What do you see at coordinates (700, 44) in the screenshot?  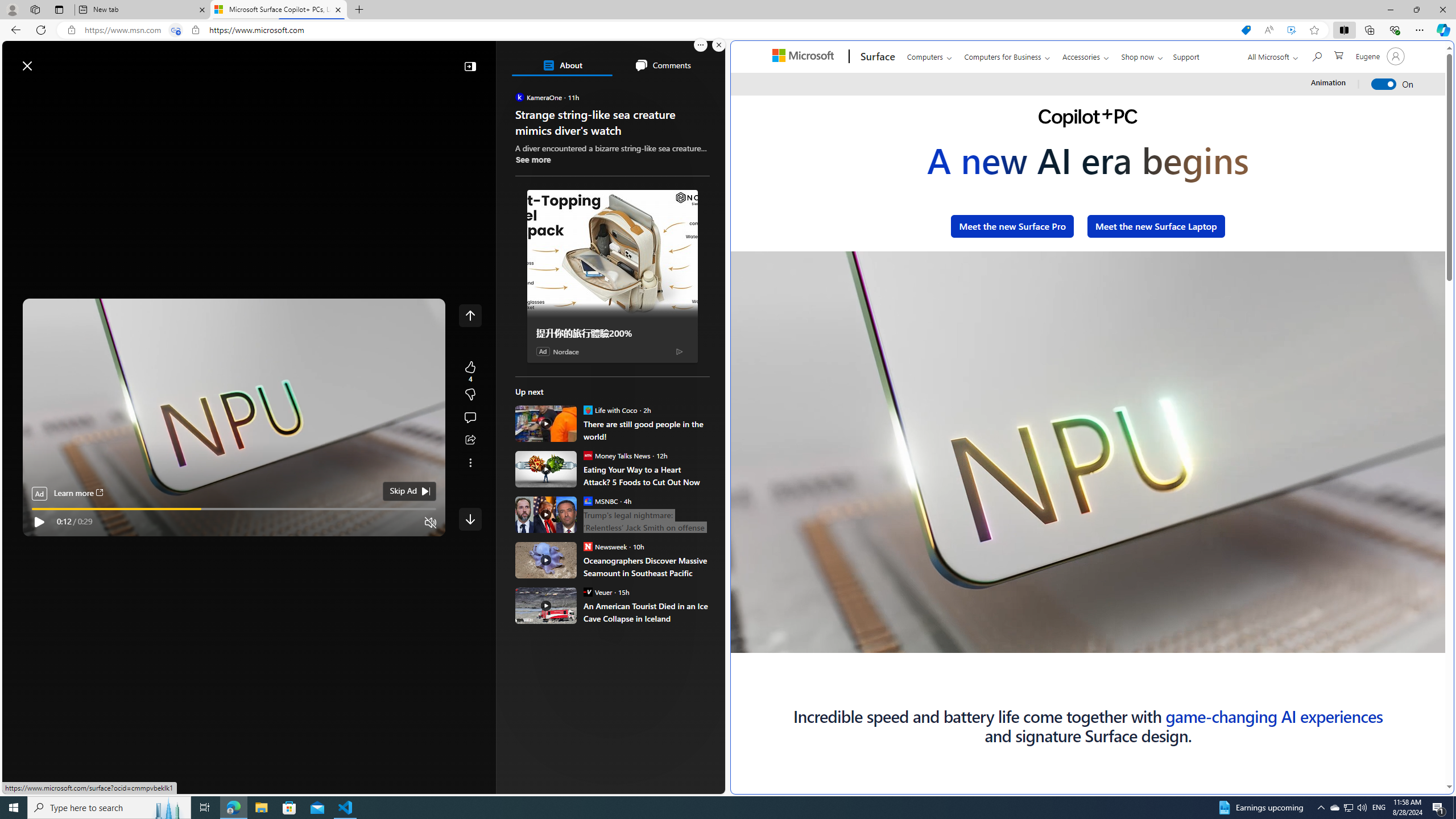 I see `'More options.'` at bounding box center [700, 44].